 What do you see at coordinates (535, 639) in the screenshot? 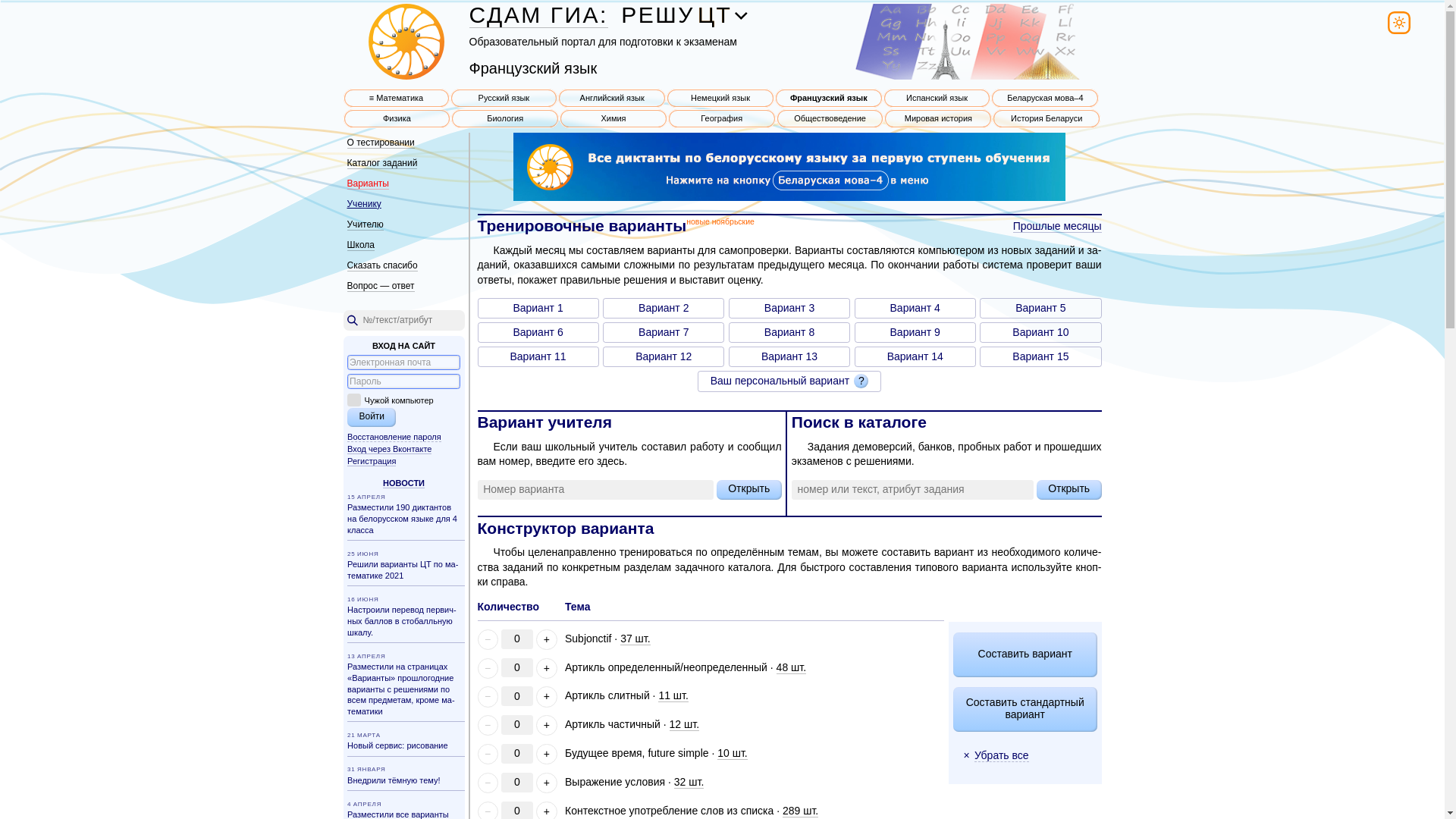
I see `'+'` at bounding box center [535, 639].